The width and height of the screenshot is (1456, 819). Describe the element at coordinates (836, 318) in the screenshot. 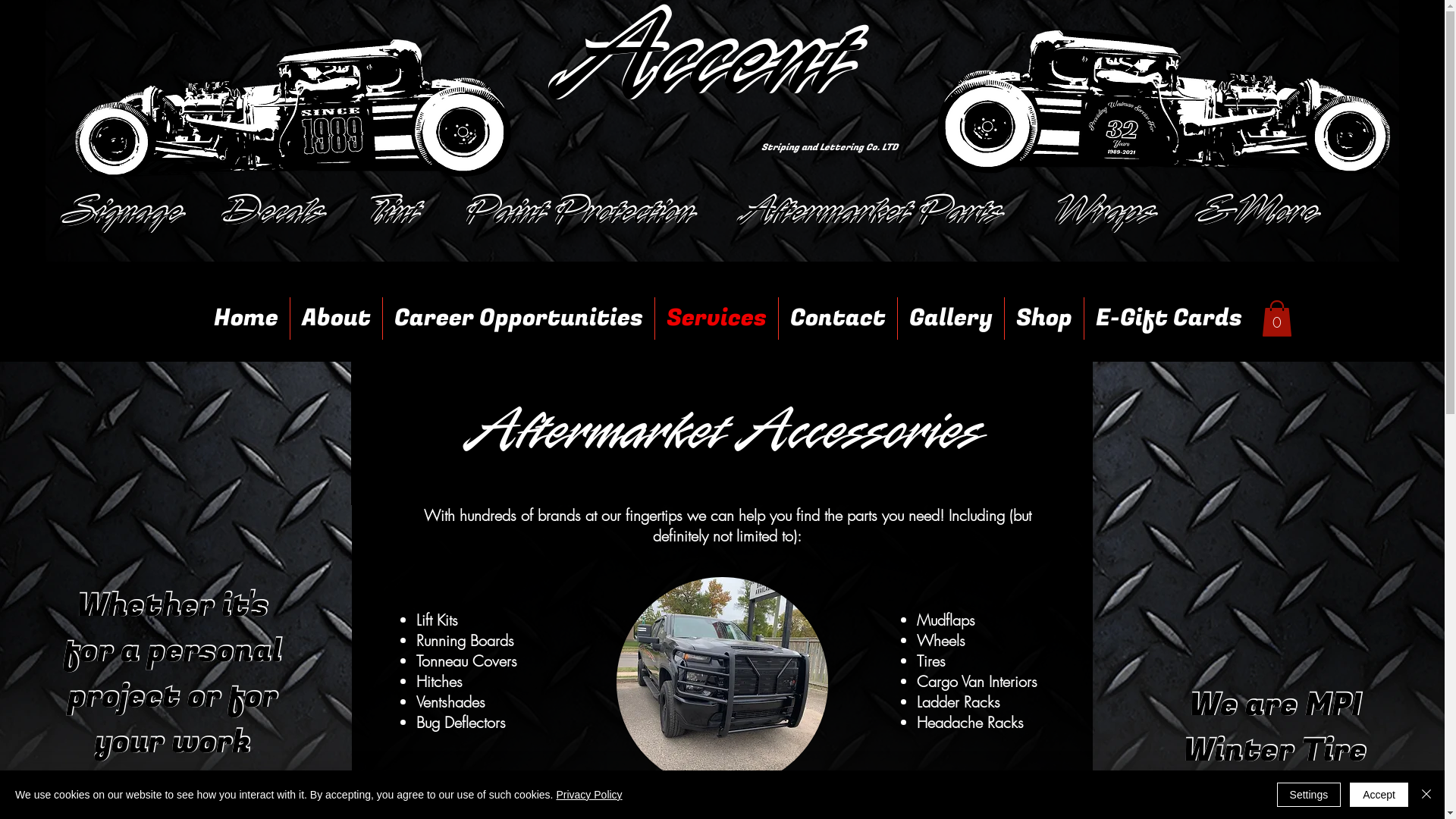

I see `'Contact'` at that location.